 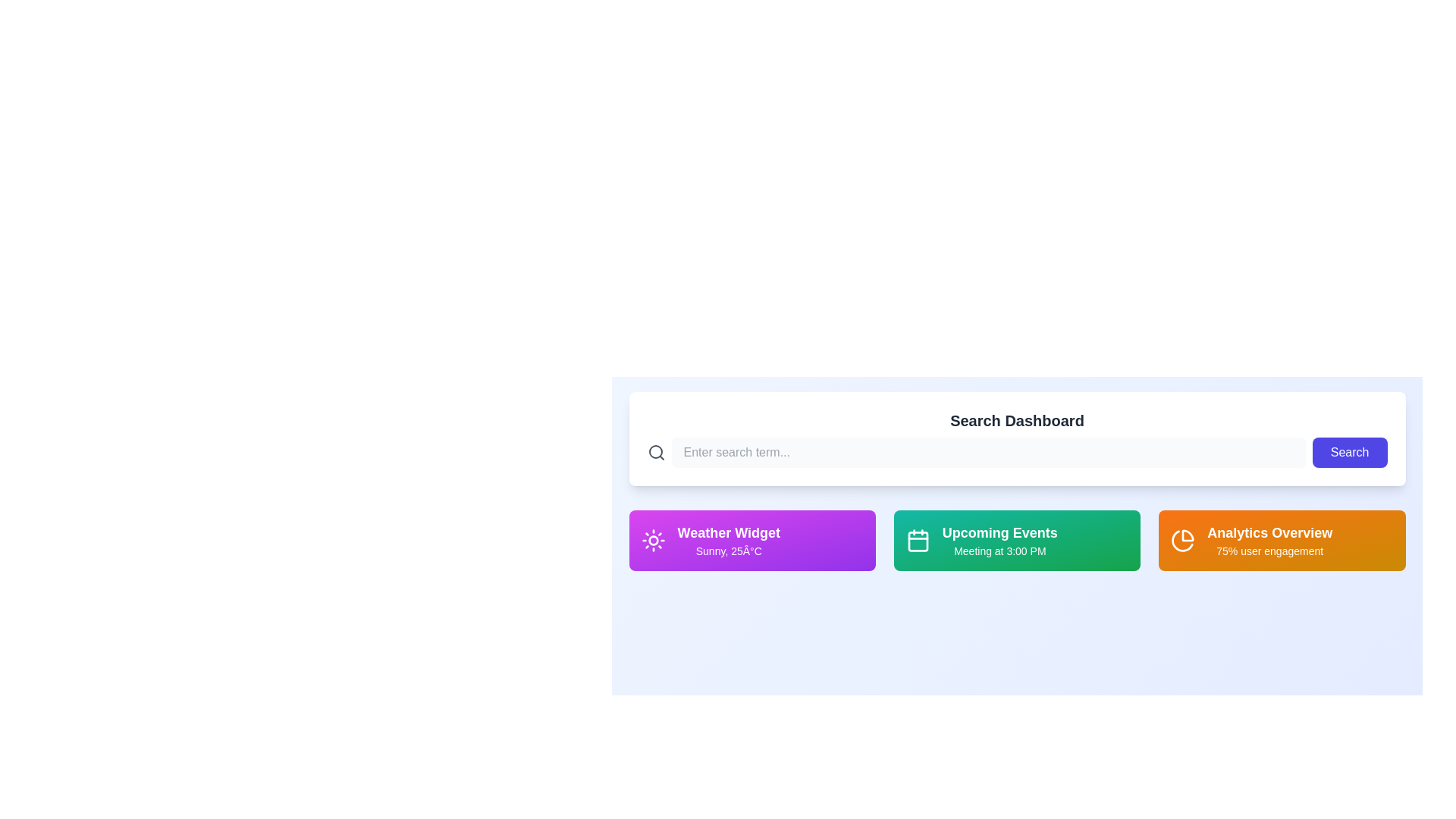 I want to click on the 'Upcoming Events' informational card located in the second column of the three-column layout to interact with its functionality, so click(x=999, y=540).